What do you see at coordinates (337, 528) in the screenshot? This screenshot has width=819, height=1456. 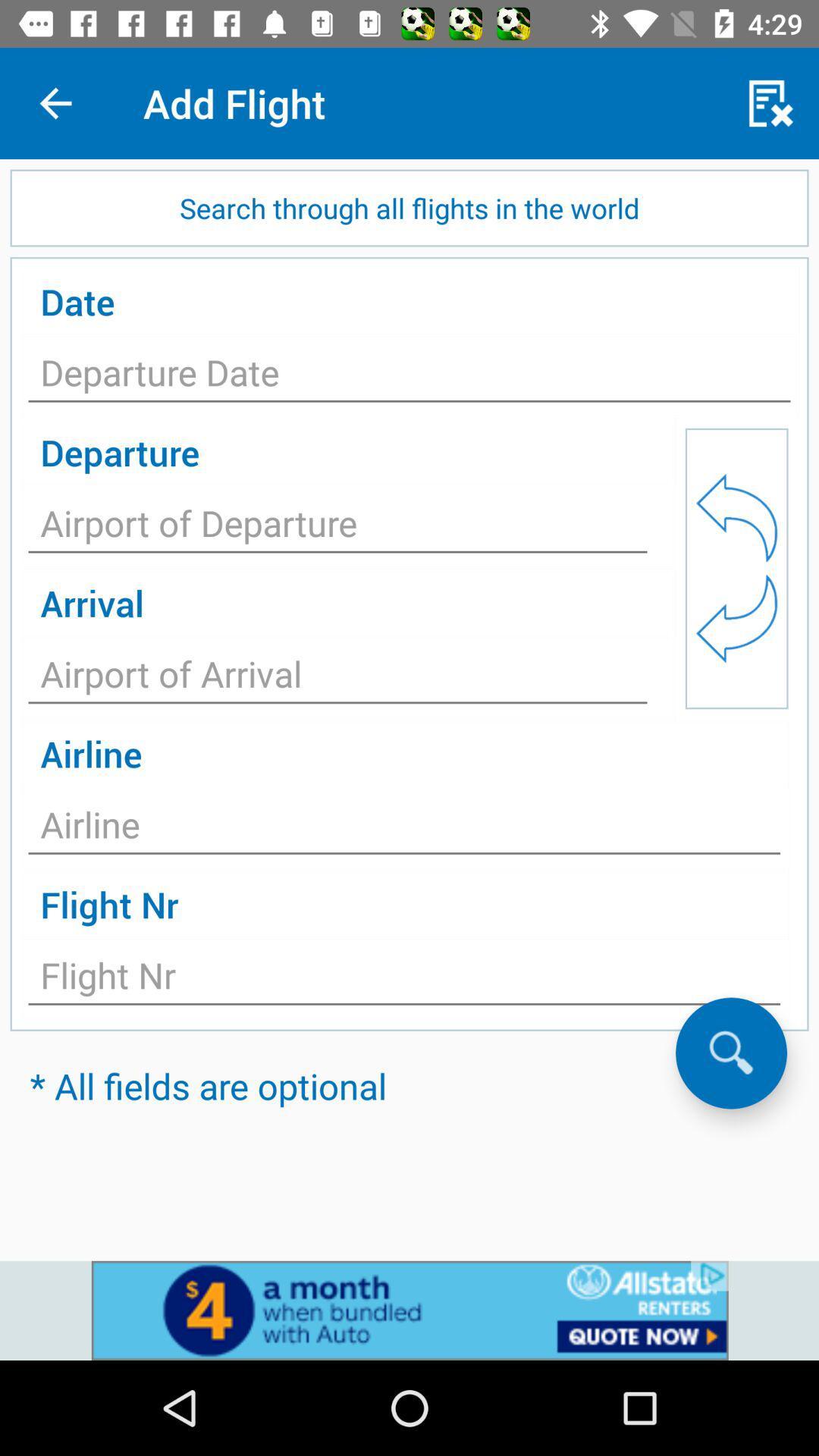 I see `application` at bounding box center [337, 528].